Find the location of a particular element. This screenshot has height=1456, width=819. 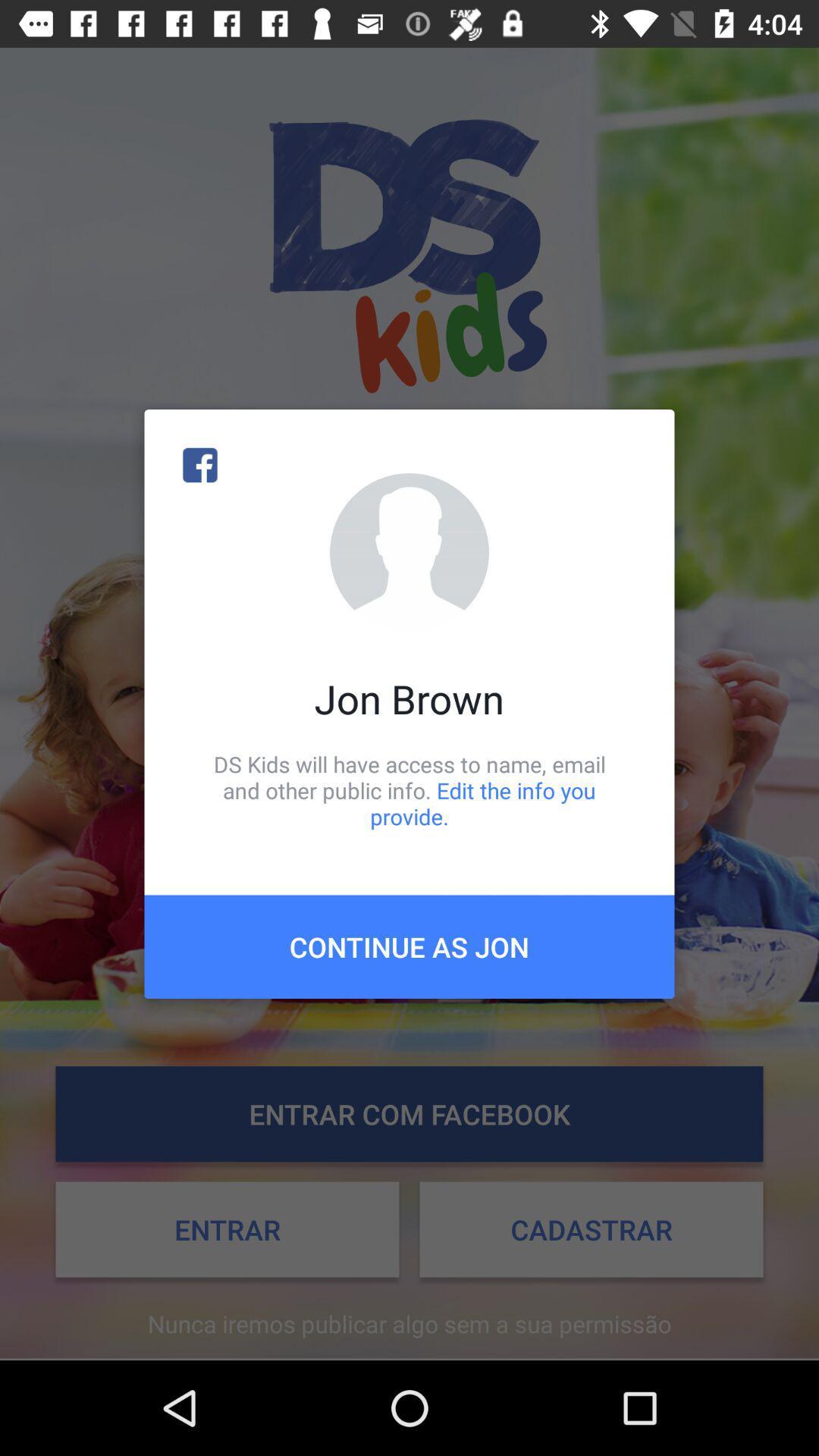

item below the ds kids will icon is located at coordinates (409, 946).